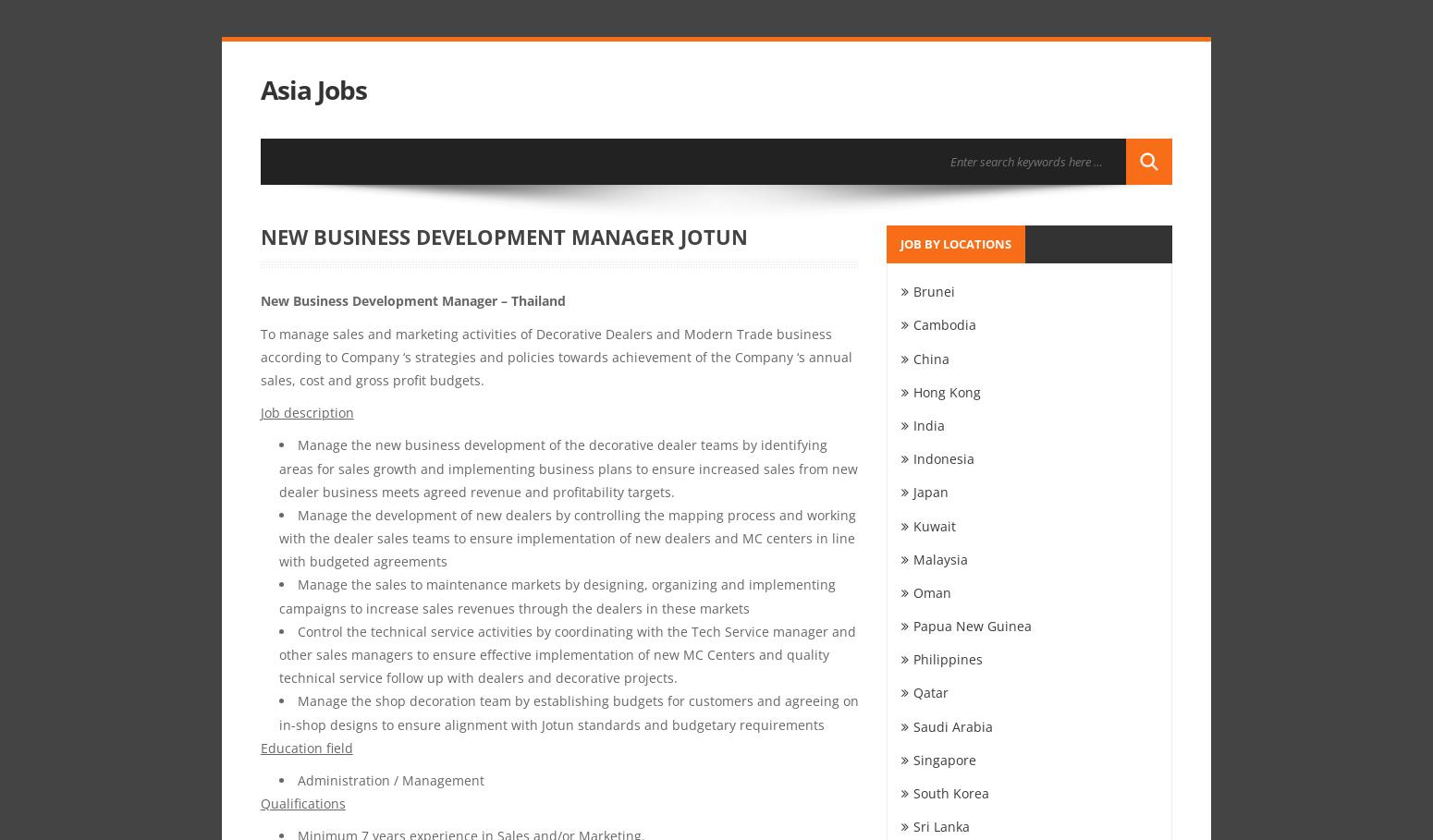 The width and height of the screenshot is (1433, 840). I want to click on 'Manage the sales to maintenance markets by designing, organizing and implementing campaigns to increase sales revenues through the dealers in these markets', so click(557, 595).